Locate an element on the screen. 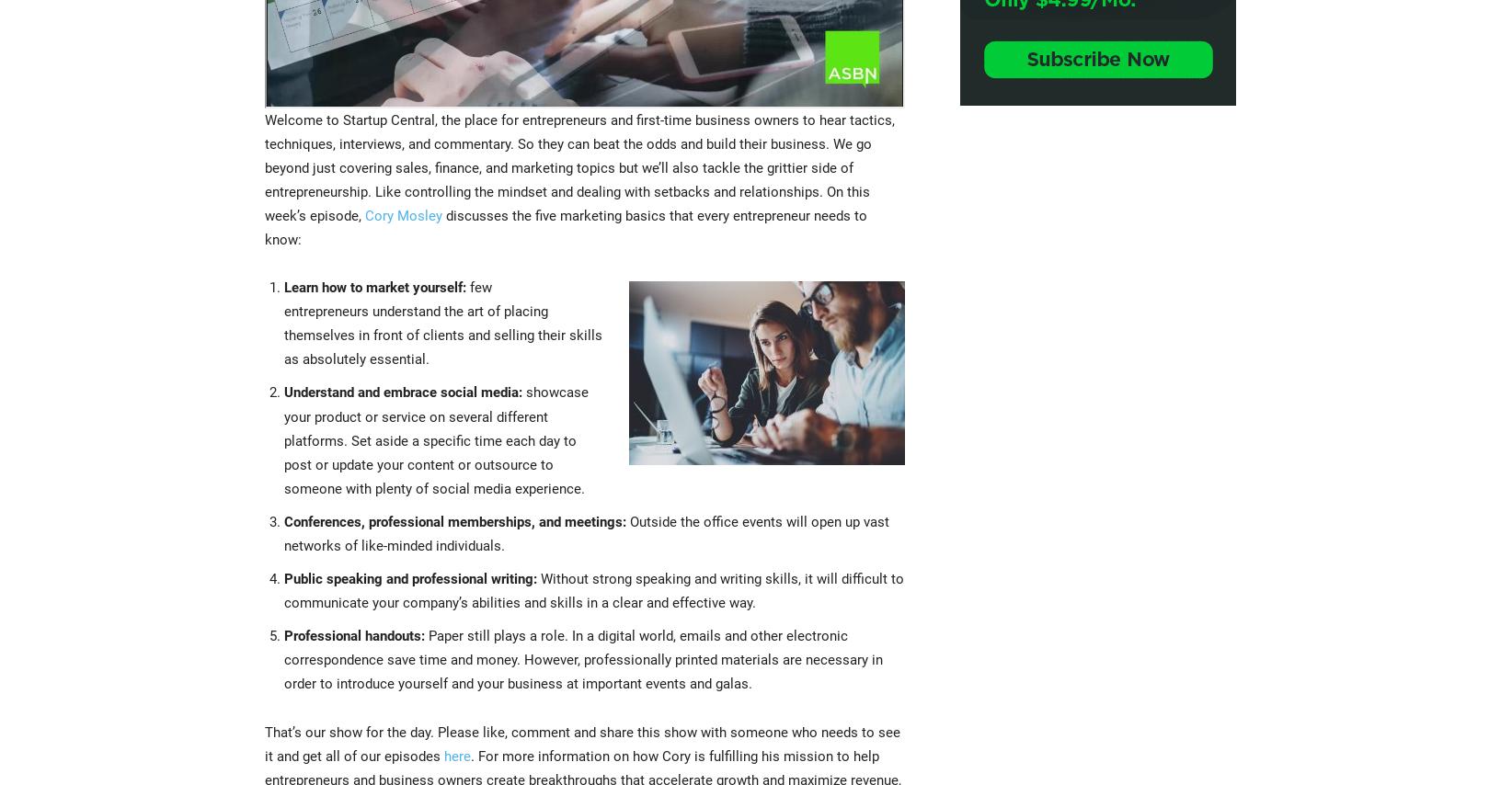 This screenshot has width=1512, height=785. 'Outside the office events will open up vast networks of like-minded individuals.' is located at coordinates (587, 533).